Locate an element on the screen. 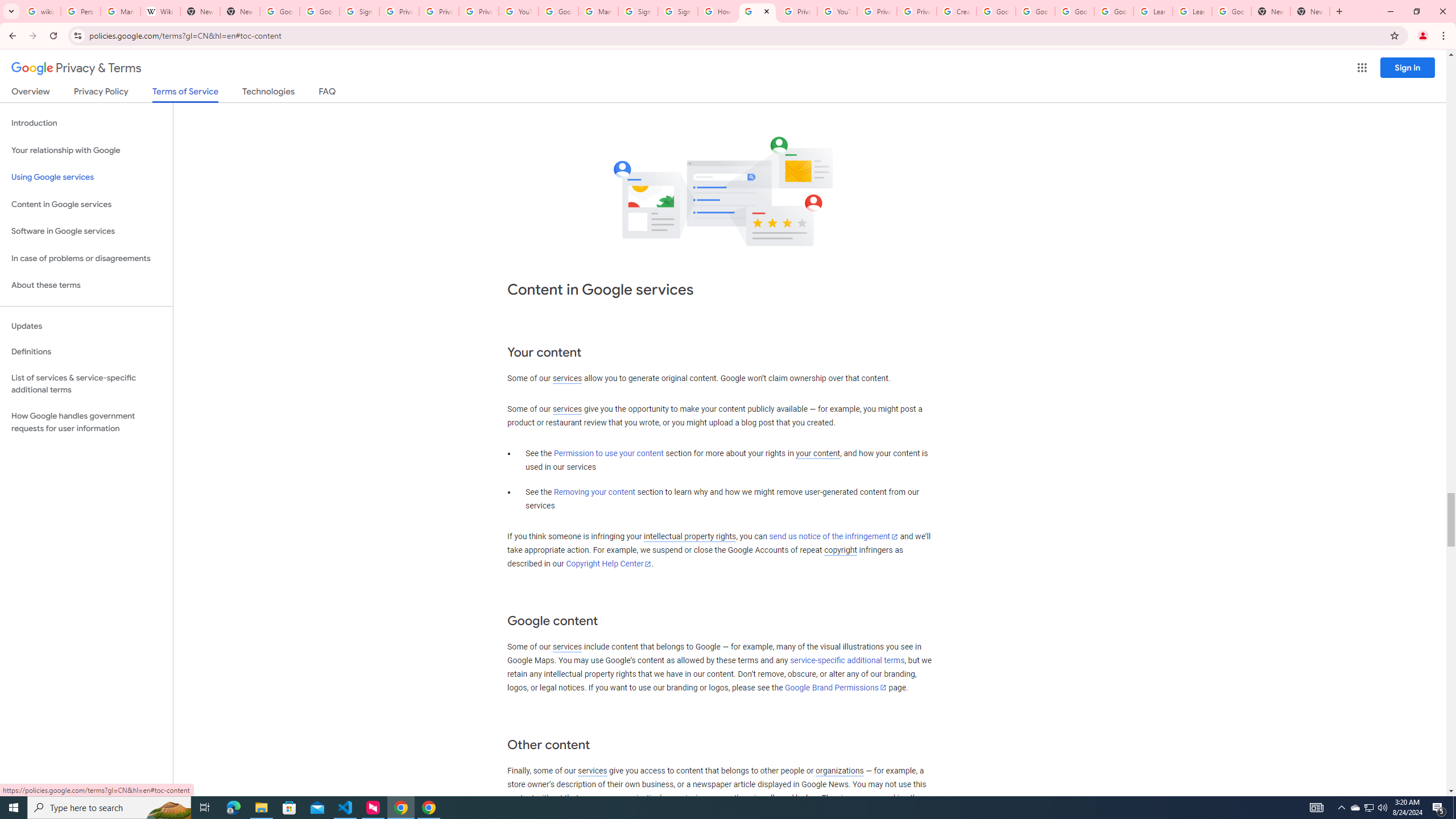  'Using Google services' is located at coordinates (86, 176).